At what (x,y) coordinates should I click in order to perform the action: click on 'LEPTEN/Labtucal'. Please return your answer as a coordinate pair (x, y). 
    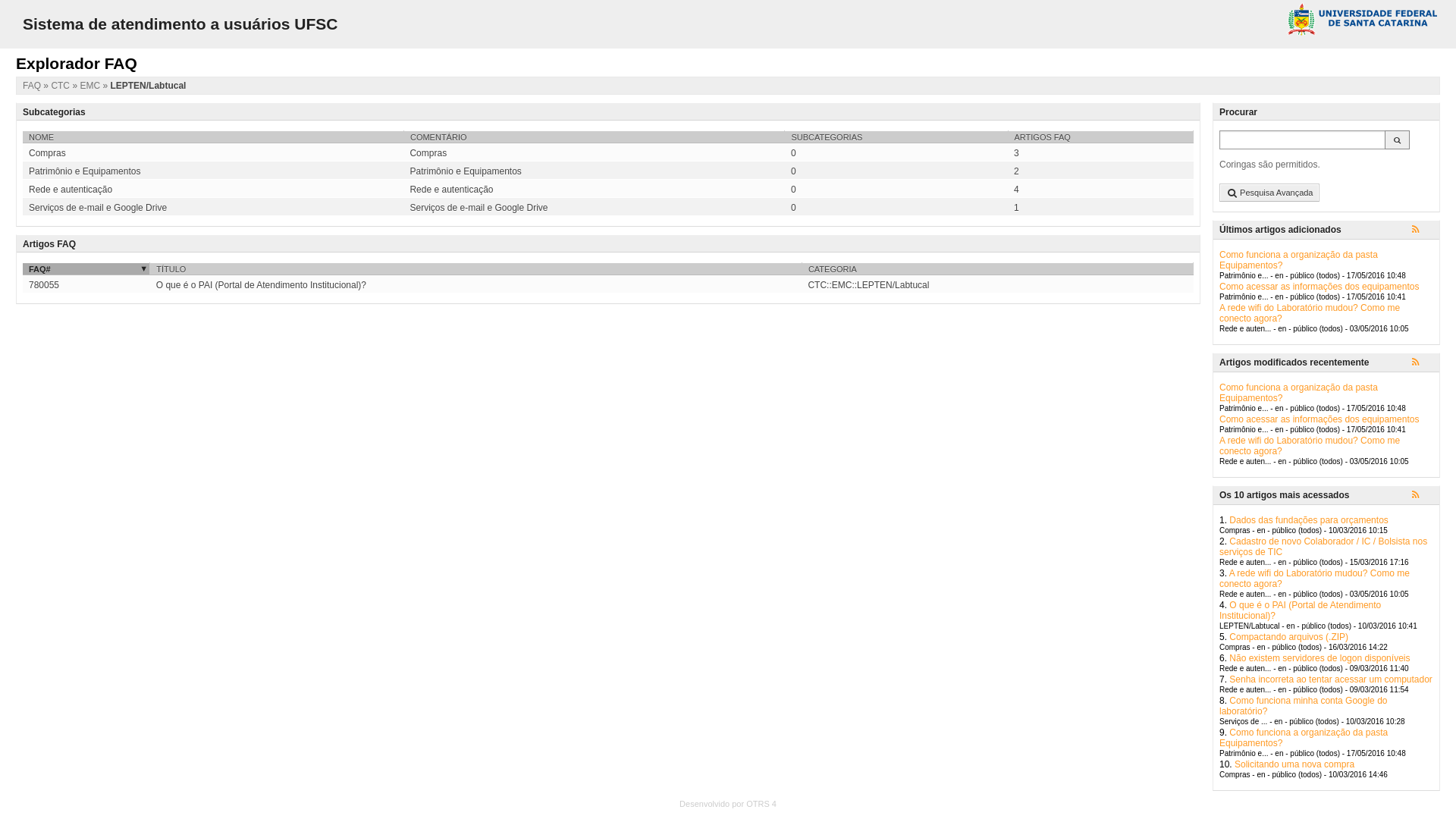
    Looking at the image, I should click on (148, 85).